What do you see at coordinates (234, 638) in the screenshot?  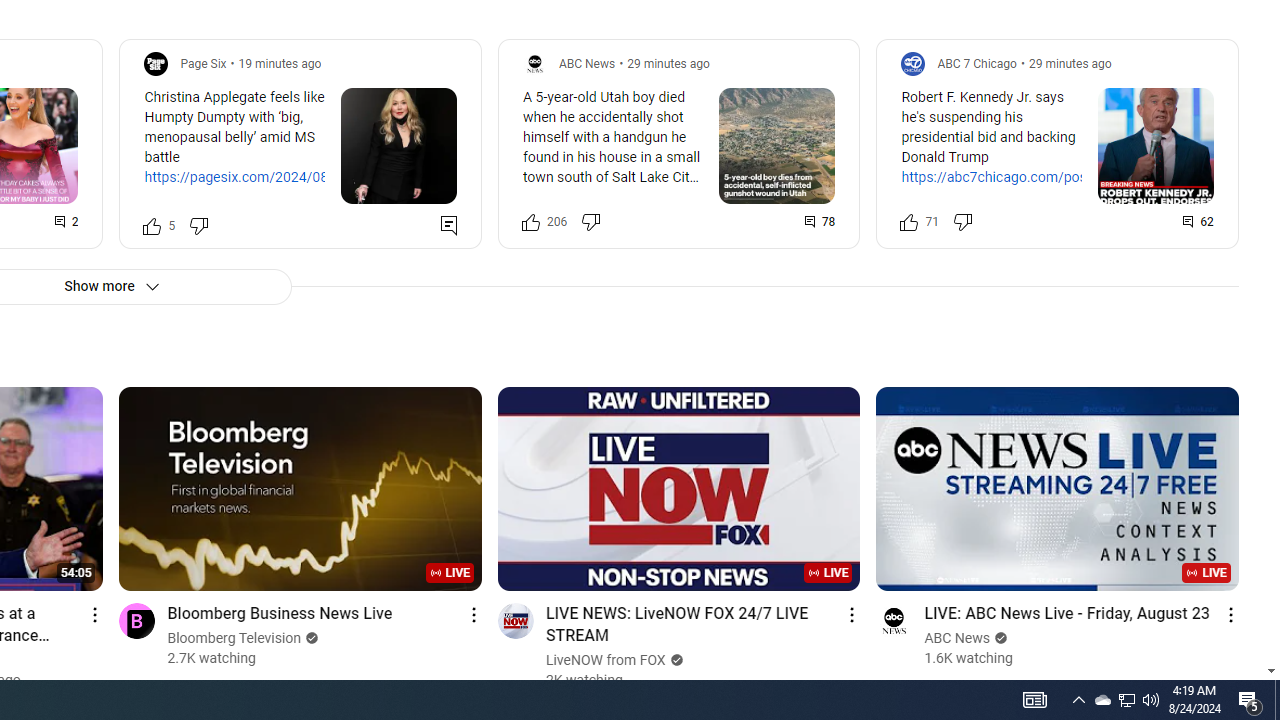 I see `'Bloomberg Television'` at bounding box center [234, 638].